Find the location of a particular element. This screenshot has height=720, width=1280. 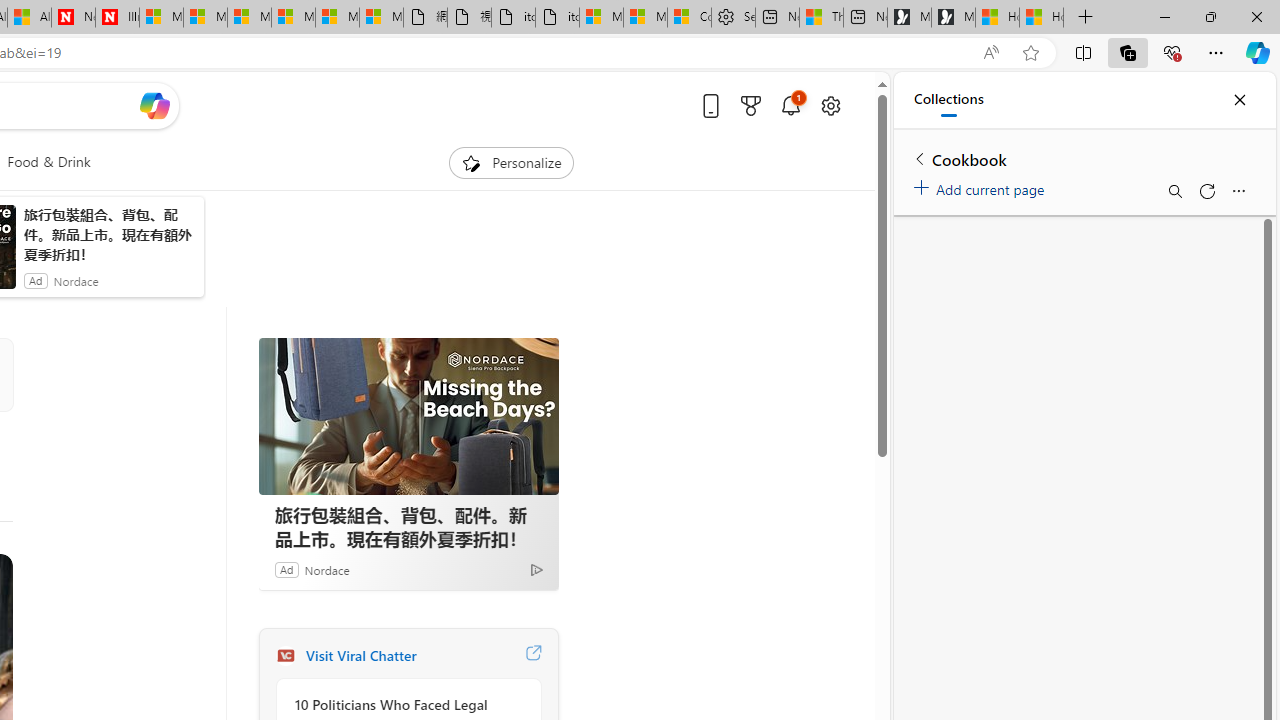

'Visit Viral Chatter website' is located at coordinates (533, 655).